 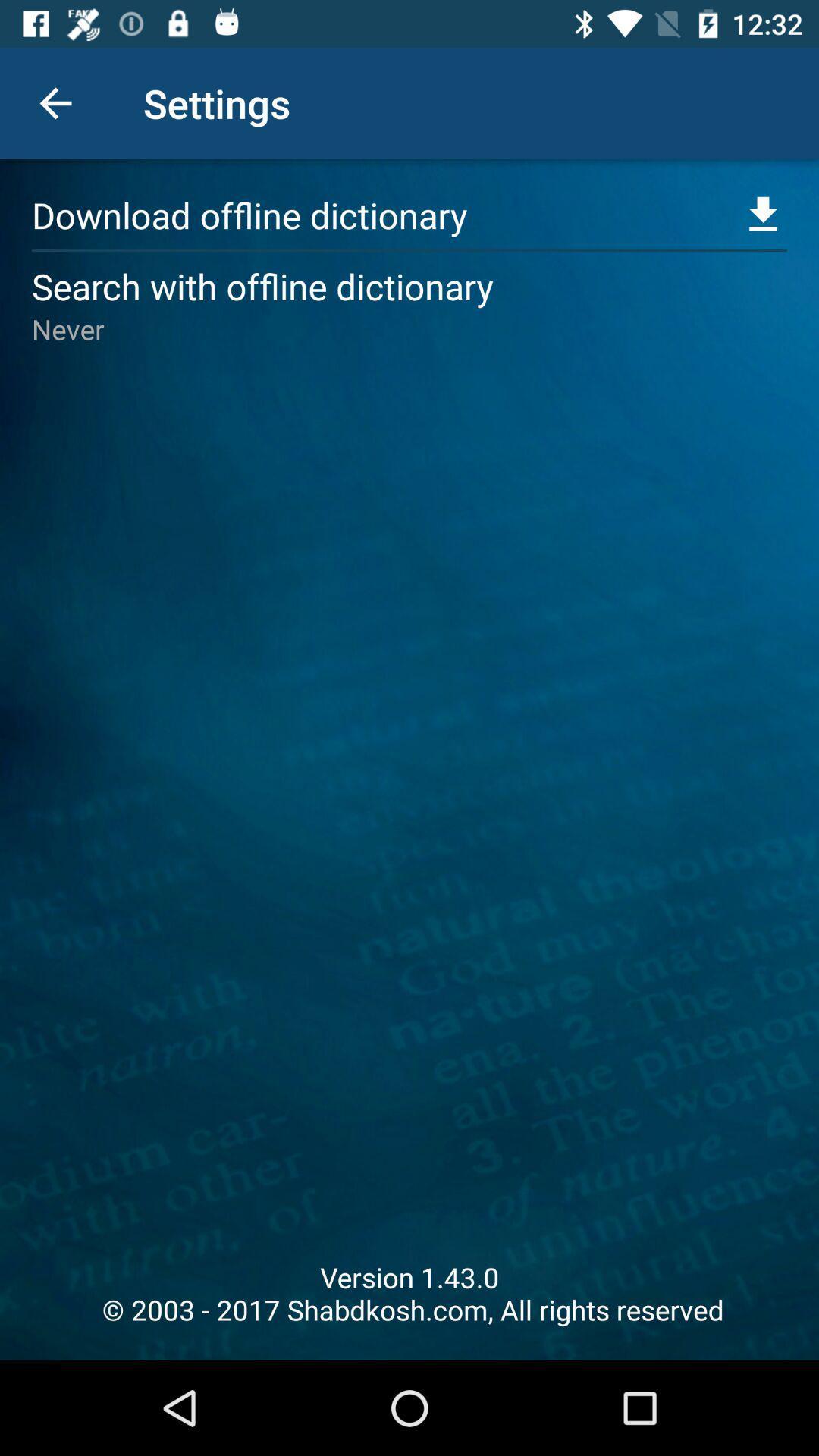 I want to click on download, so click(x=763, y=214).